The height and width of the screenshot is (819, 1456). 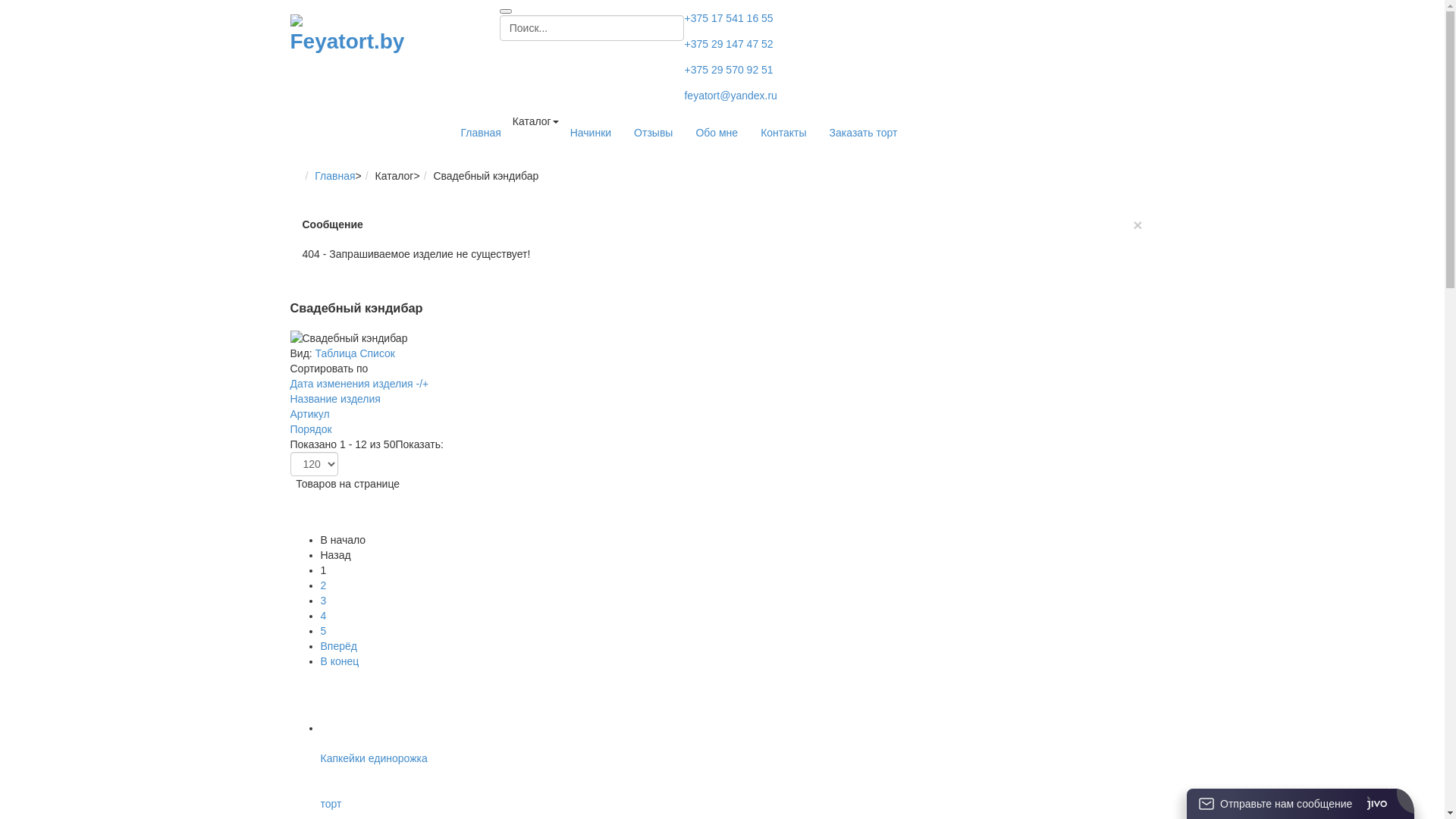 What do you see at coordinates (351, 34) in the screenshot?
I see `'Feyatort.by'` at bounding box center [351, 34].